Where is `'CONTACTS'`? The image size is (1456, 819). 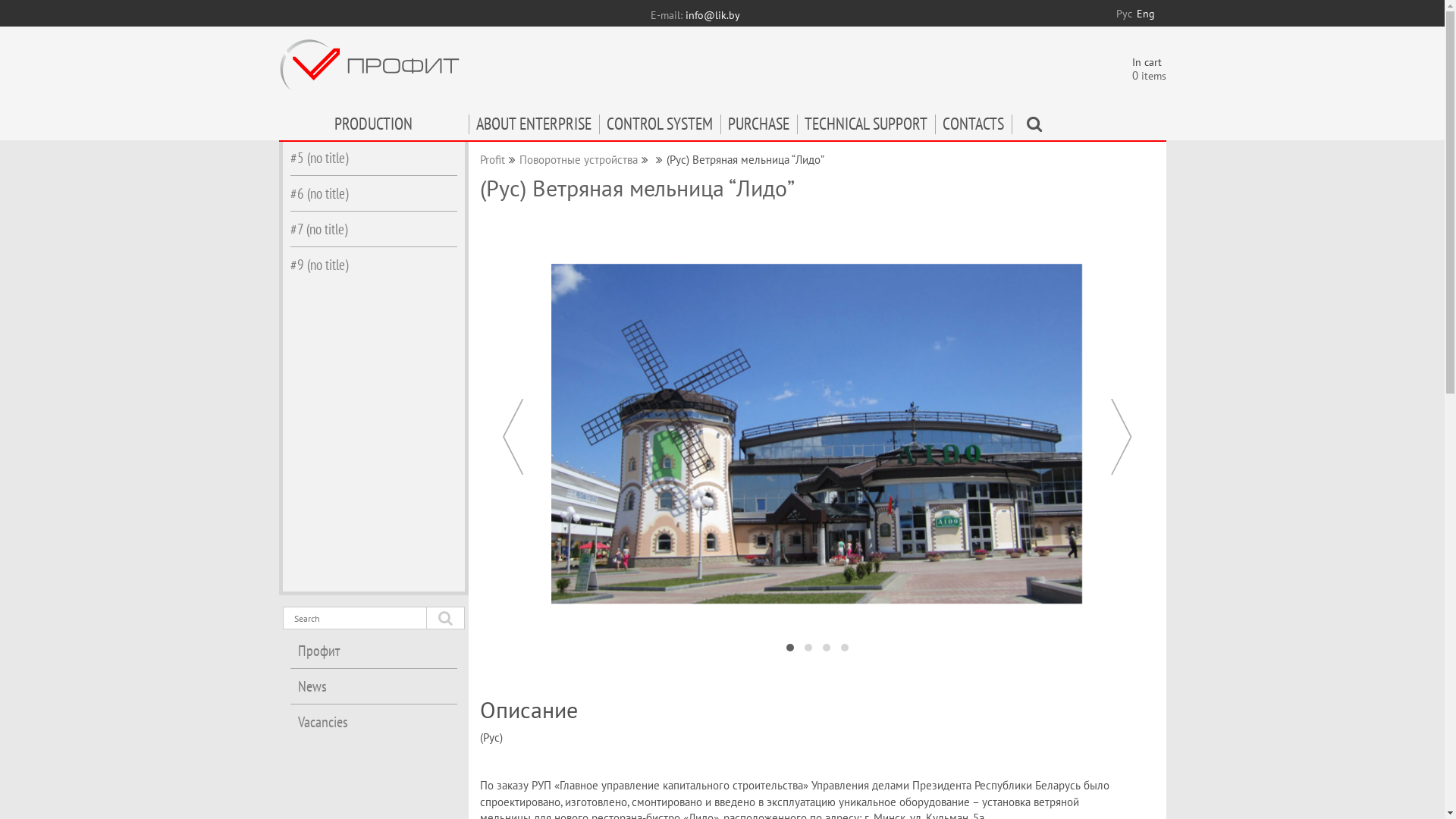 'CONTACTS' is located at coordinates (972, 127).